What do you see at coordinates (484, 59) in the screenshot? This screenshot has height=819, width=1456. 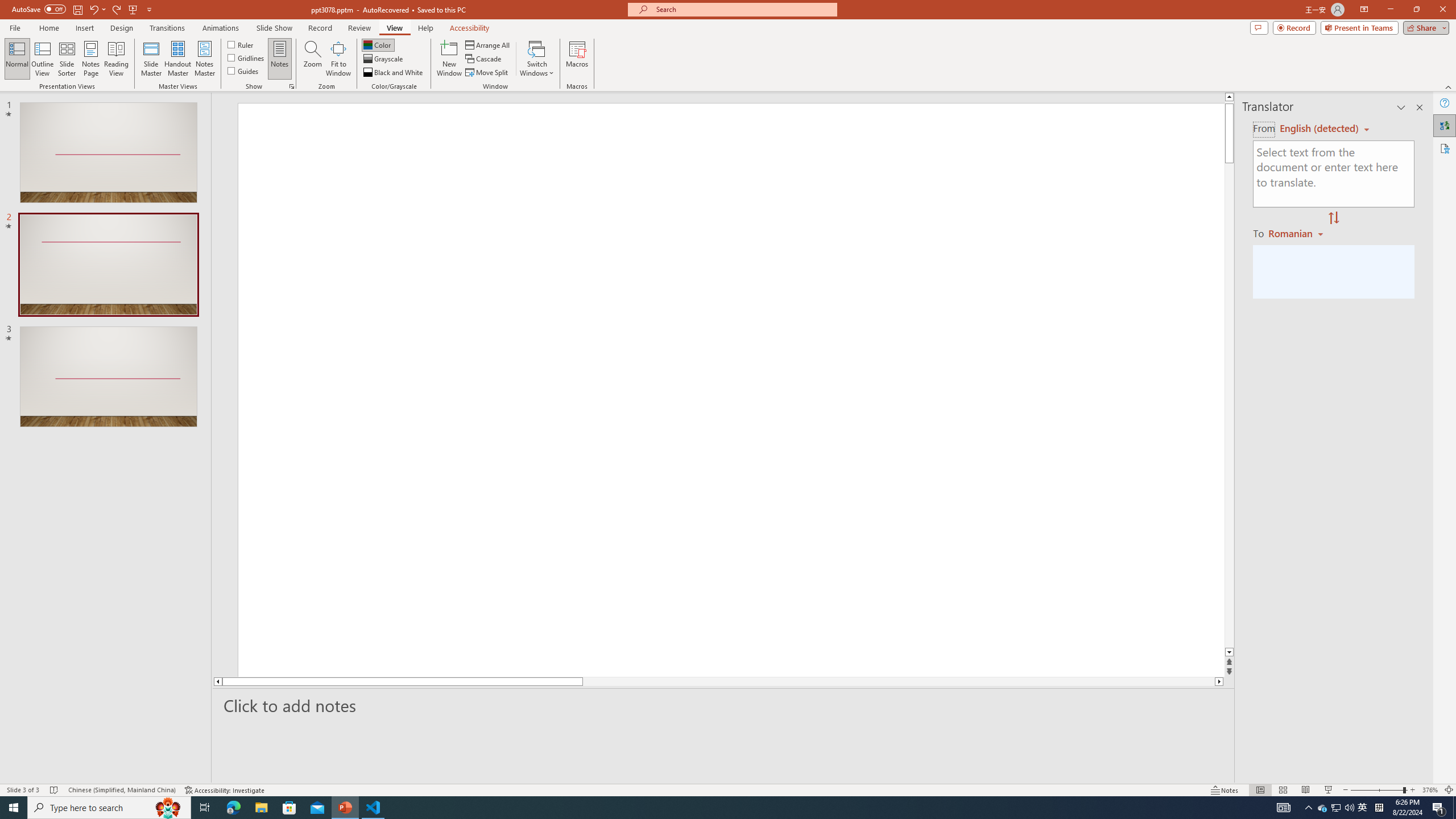 I see `'Cascade'` at bounding box center [484, 59].